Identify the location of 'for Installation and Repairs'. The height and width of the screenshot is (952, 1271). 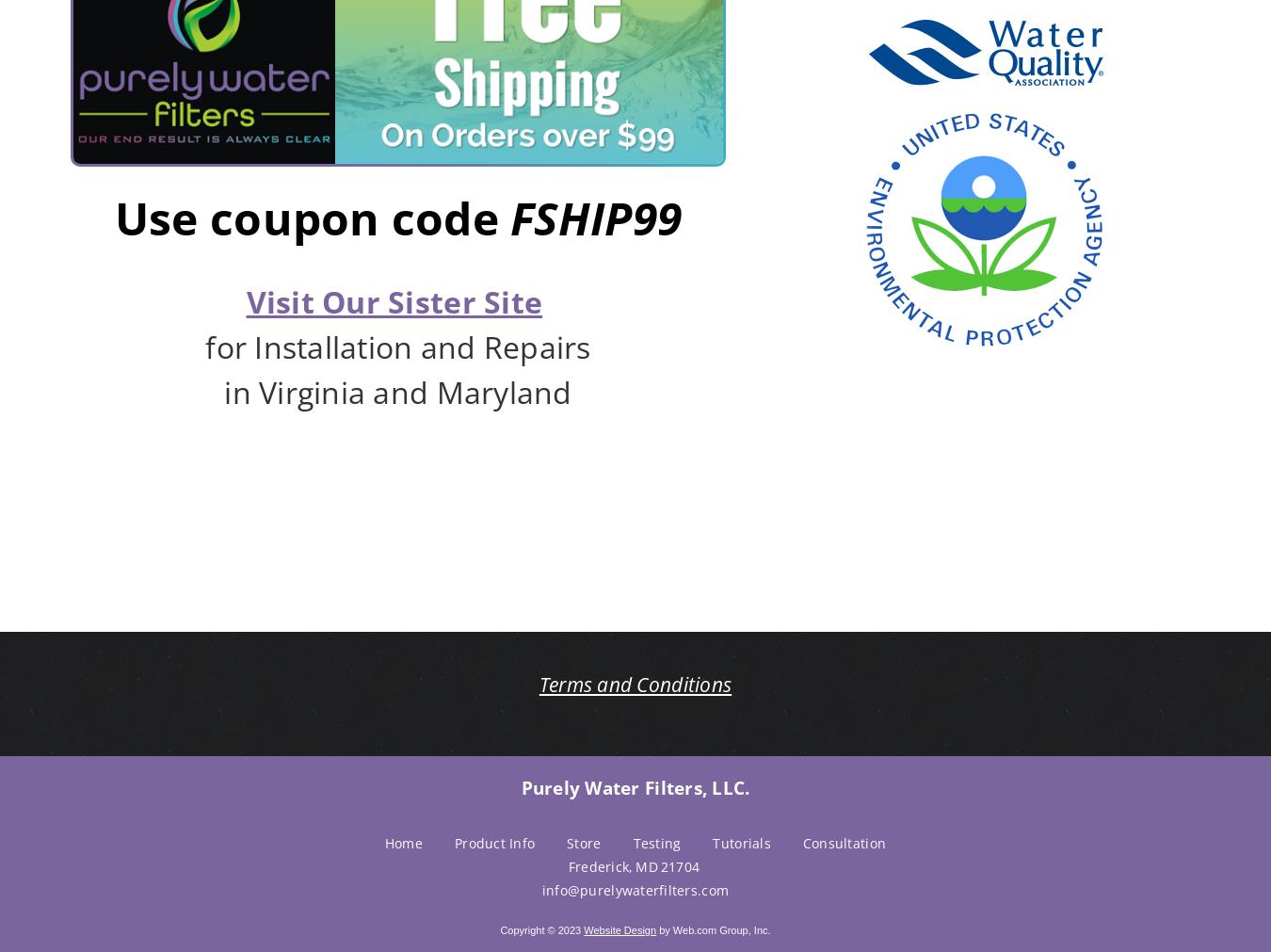
(397, 345).